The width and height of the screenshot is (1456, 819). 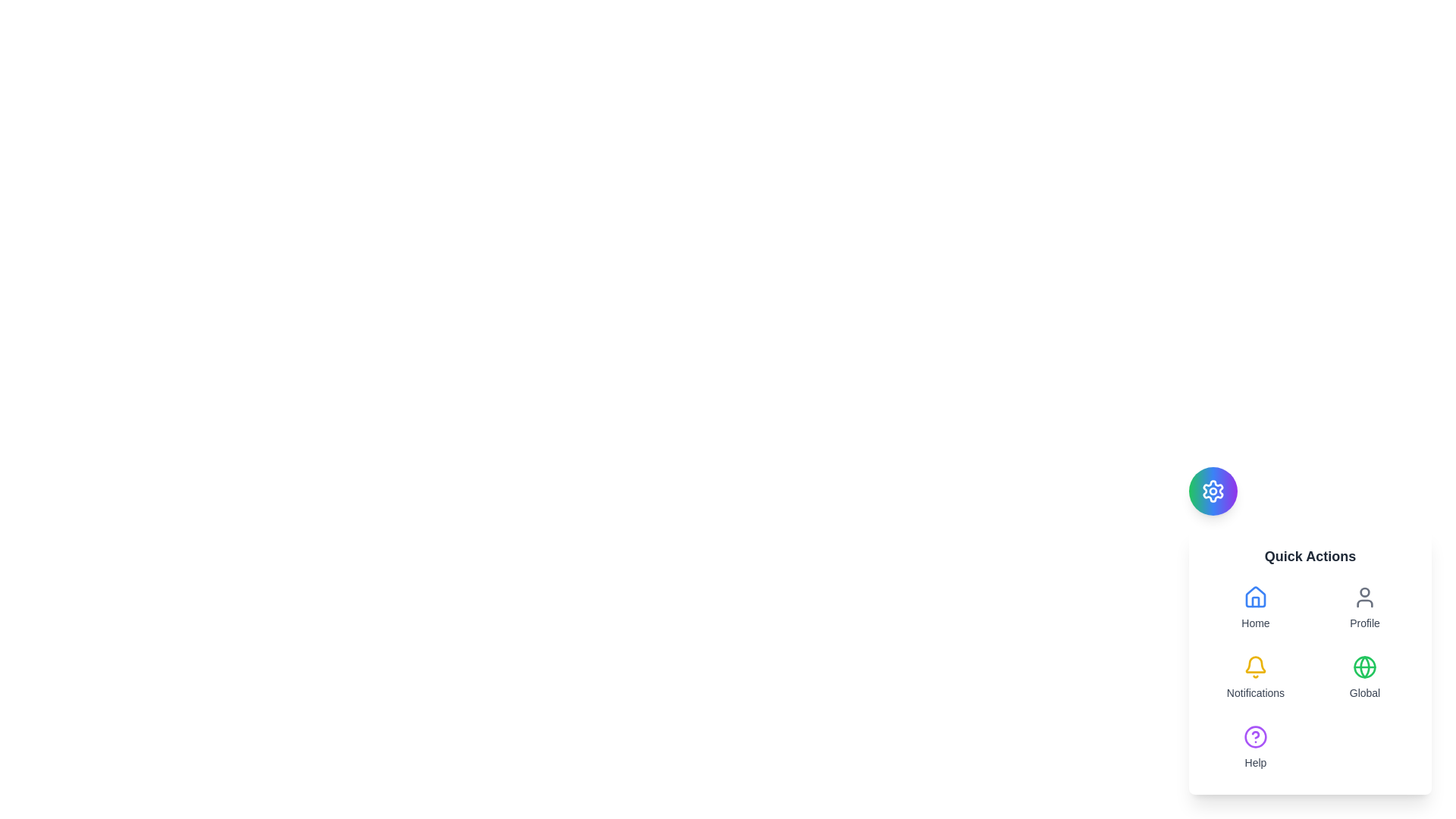 What do you see at coordinates (1256, 693) in the screenshot?
I see `the static text label that describes the notification feature, located beneath the yellow bell icon in the lower right corner of the interface` at bounding box center [1256, 693].